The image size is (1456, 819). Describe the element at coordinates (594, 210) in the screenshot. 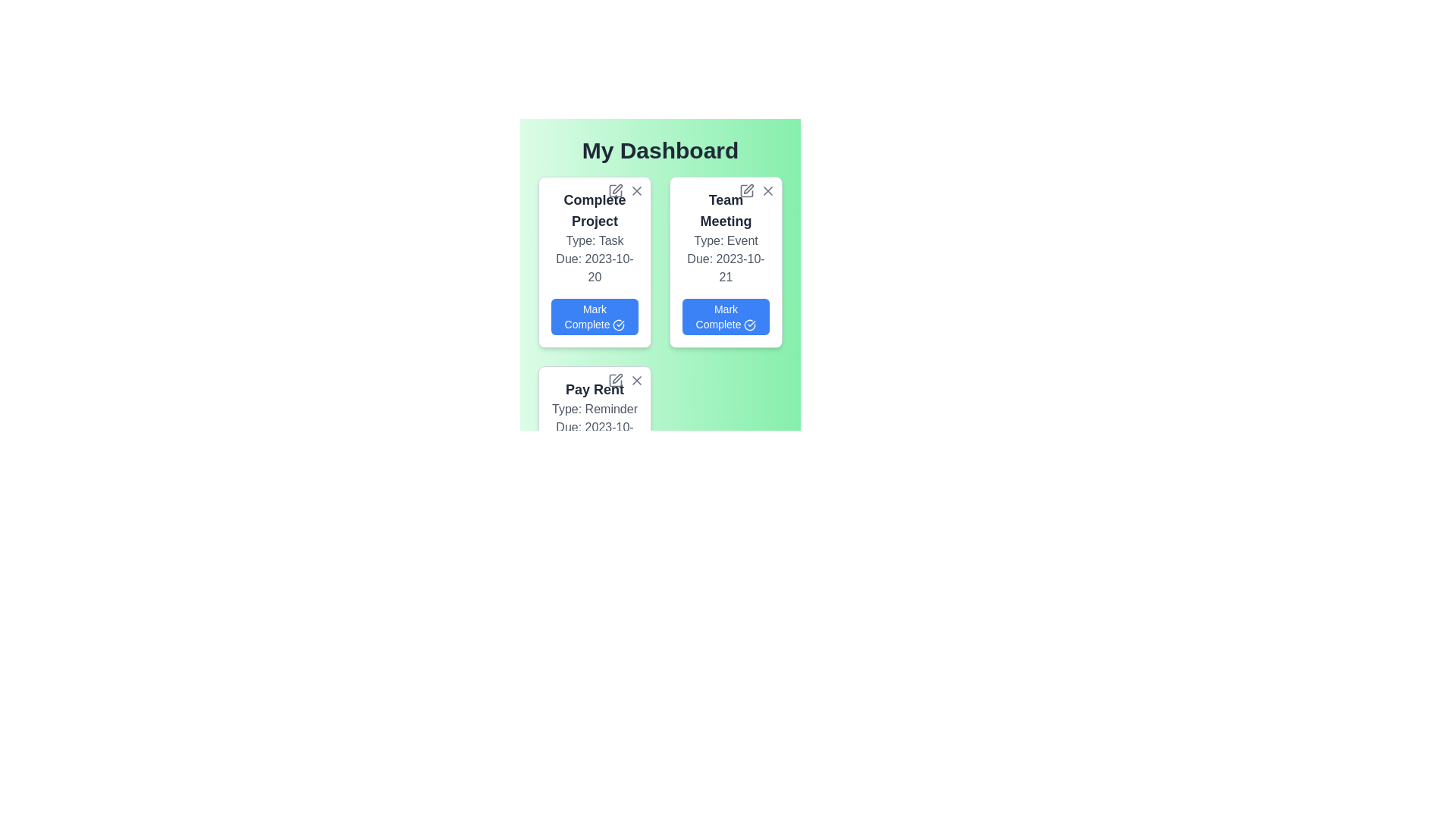

I see `the 'Complete Project' text label, which is a bold, larger font text in dark gray, located at the top left of the card in the dashboard interface` at that location.